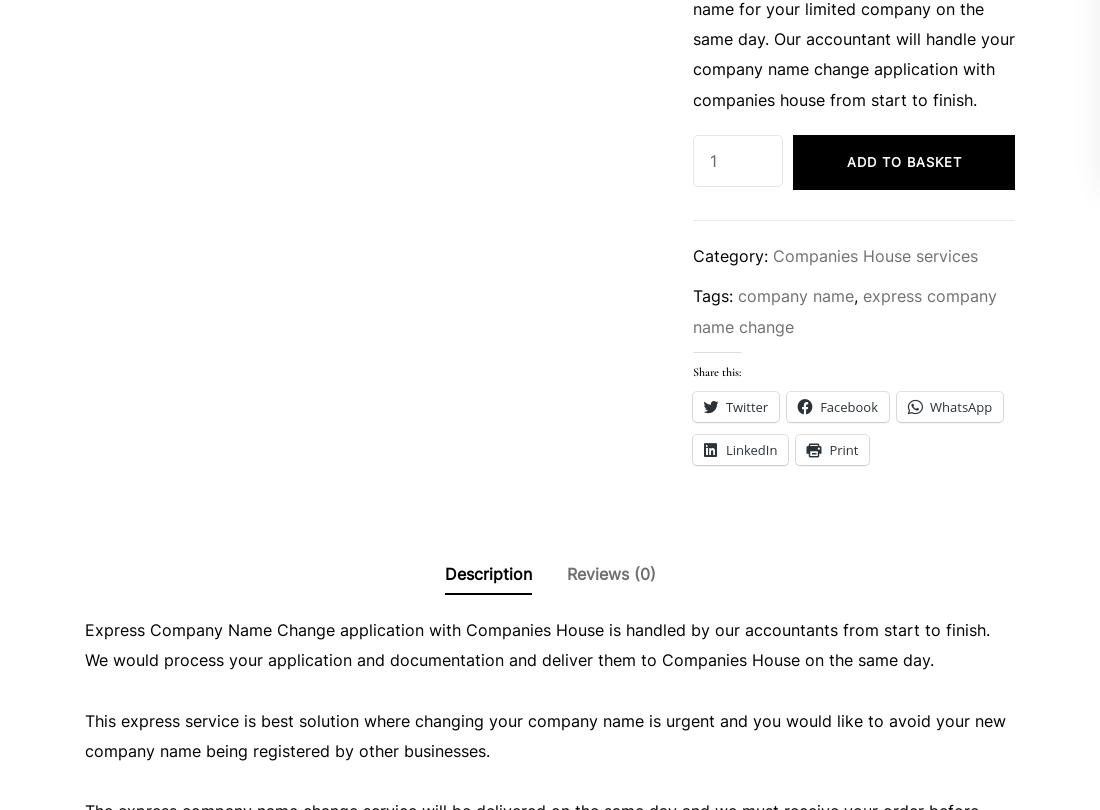 The height and width of the screenshot is (810, 1100). What do you see at coordinates (715, 369) in the screenshot?
I see `'Share this:'` at bounding box center [715, 369].